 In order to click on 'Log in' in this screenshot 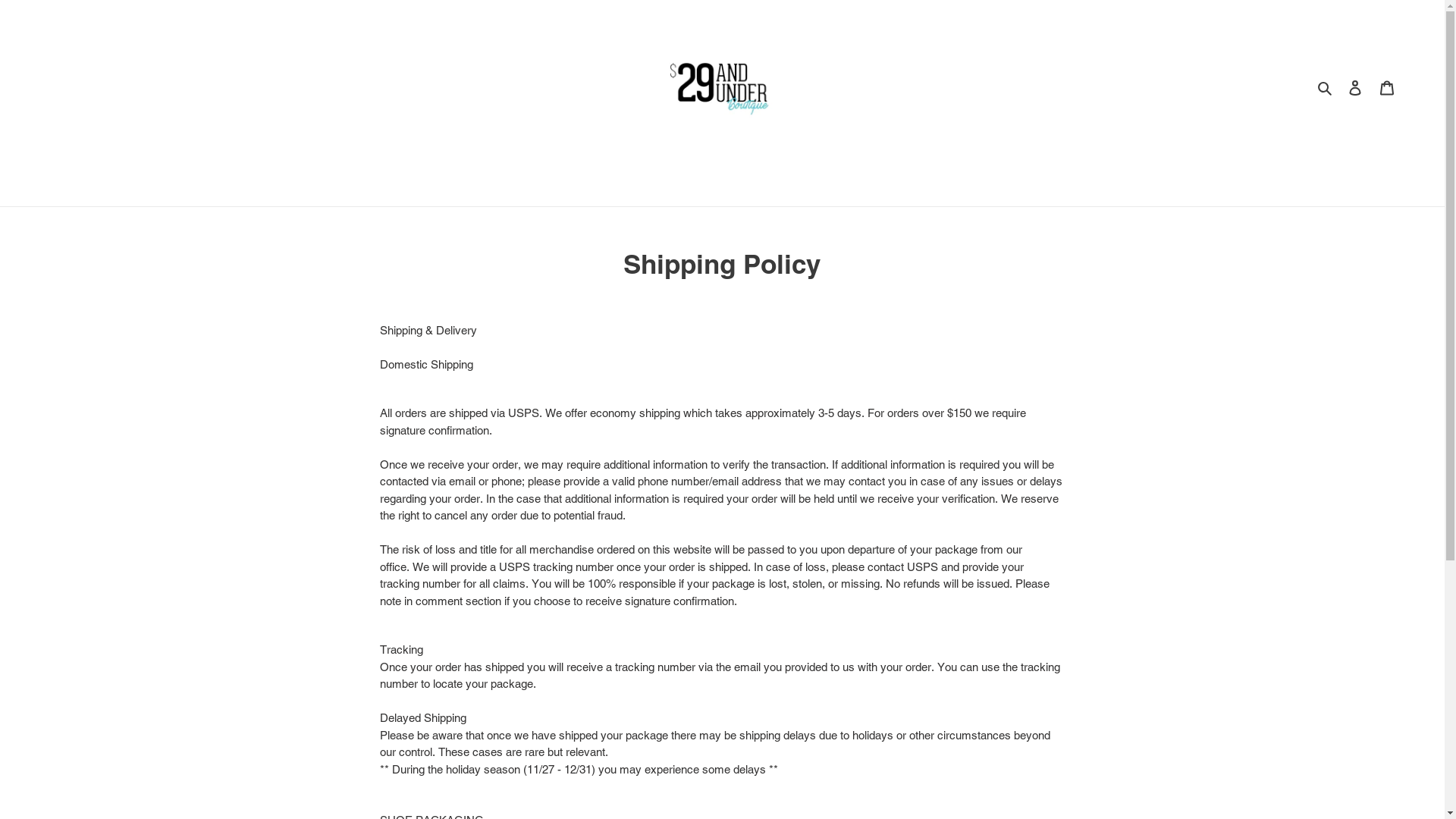, I will do `click(1354, 87)`.